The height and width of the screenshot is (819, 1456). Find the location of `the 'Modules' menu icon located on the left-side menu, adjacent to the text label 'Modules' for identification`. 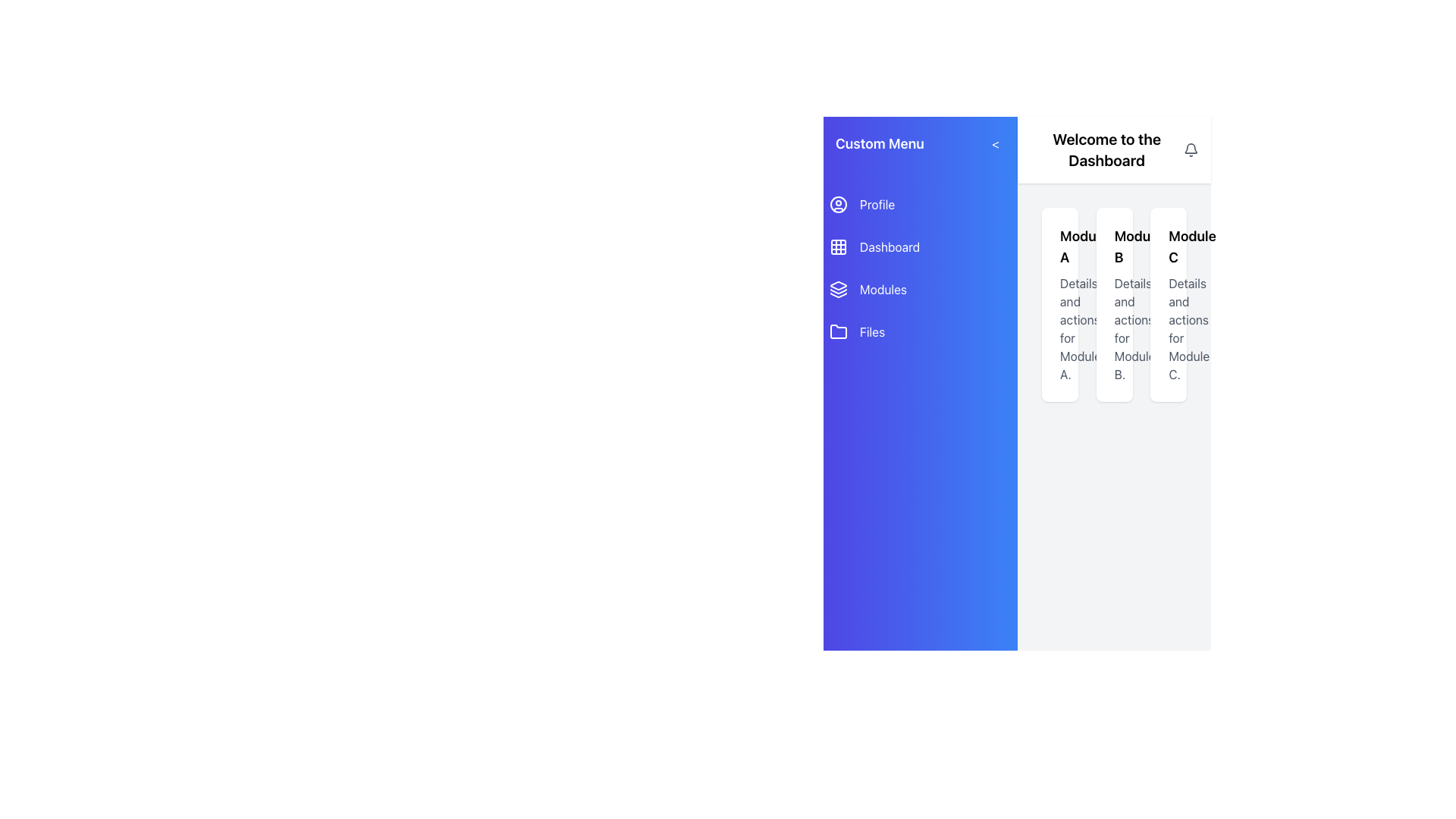

the 'Modules' menu icon located on the left-side menu, adjacent to the text label 'Modules' for identification is located at coordinates (837, 289).